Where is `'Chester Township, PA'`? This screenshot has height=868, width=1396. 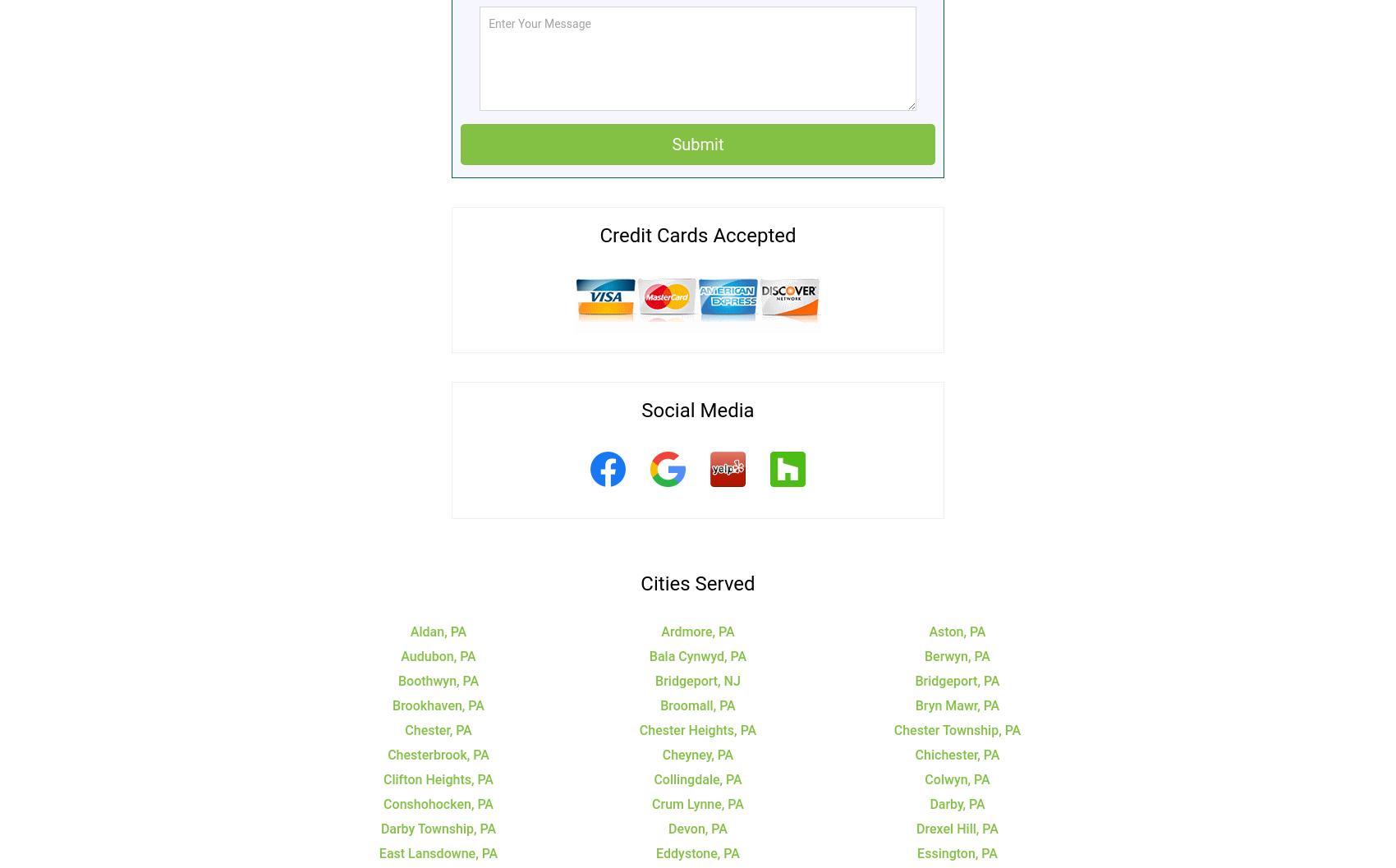
'Chester Township, PA' is located at coordinates (957, 728).